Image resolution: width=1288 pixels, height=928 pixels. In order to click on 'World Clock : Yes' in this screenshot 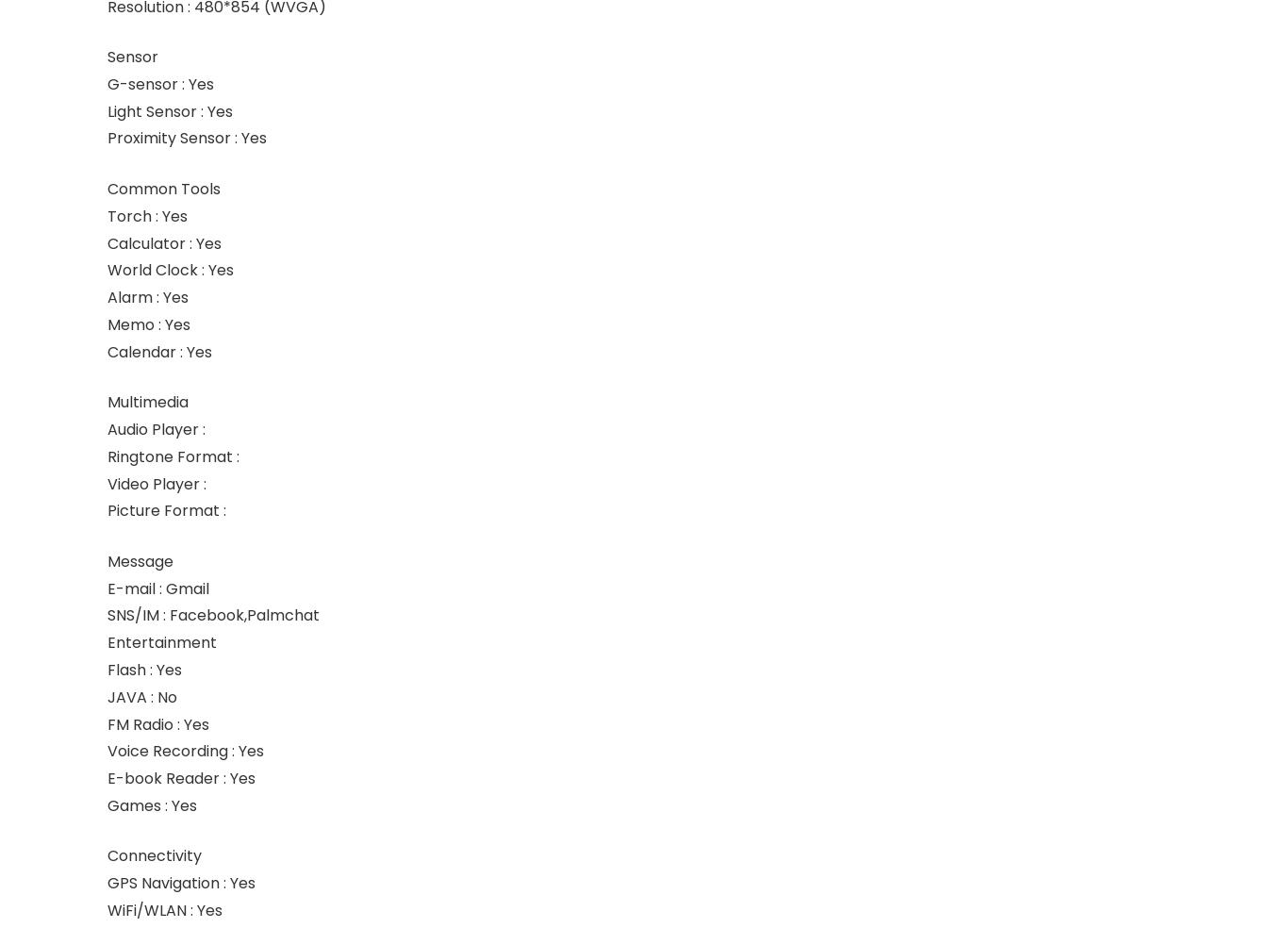, I will do `click(169, 269)`.